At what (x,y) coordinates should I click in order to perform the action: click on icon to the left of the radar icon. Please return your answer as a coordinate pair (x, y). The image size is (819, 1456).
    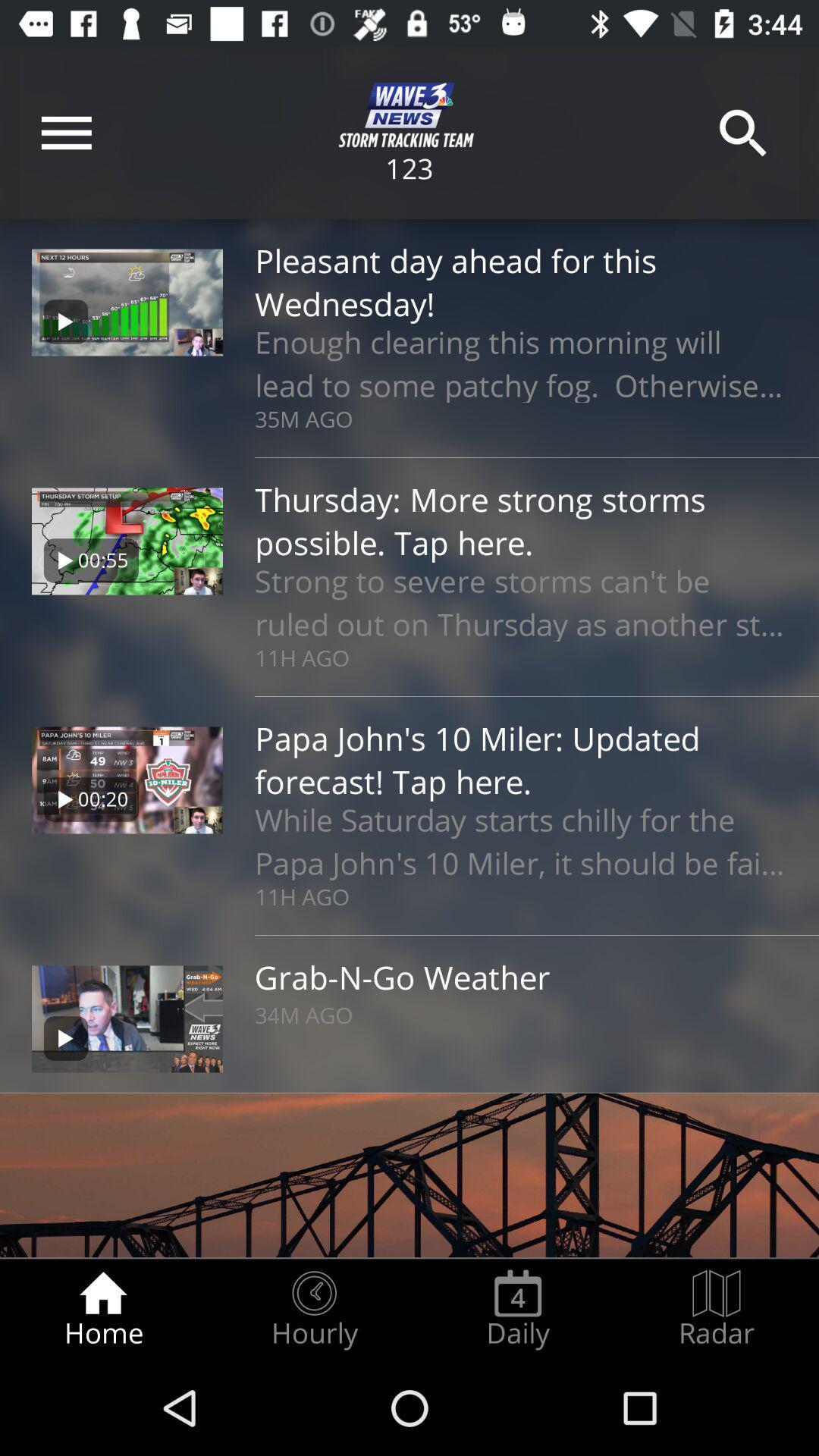
    Looking at the image, I should click on (517, 1309).